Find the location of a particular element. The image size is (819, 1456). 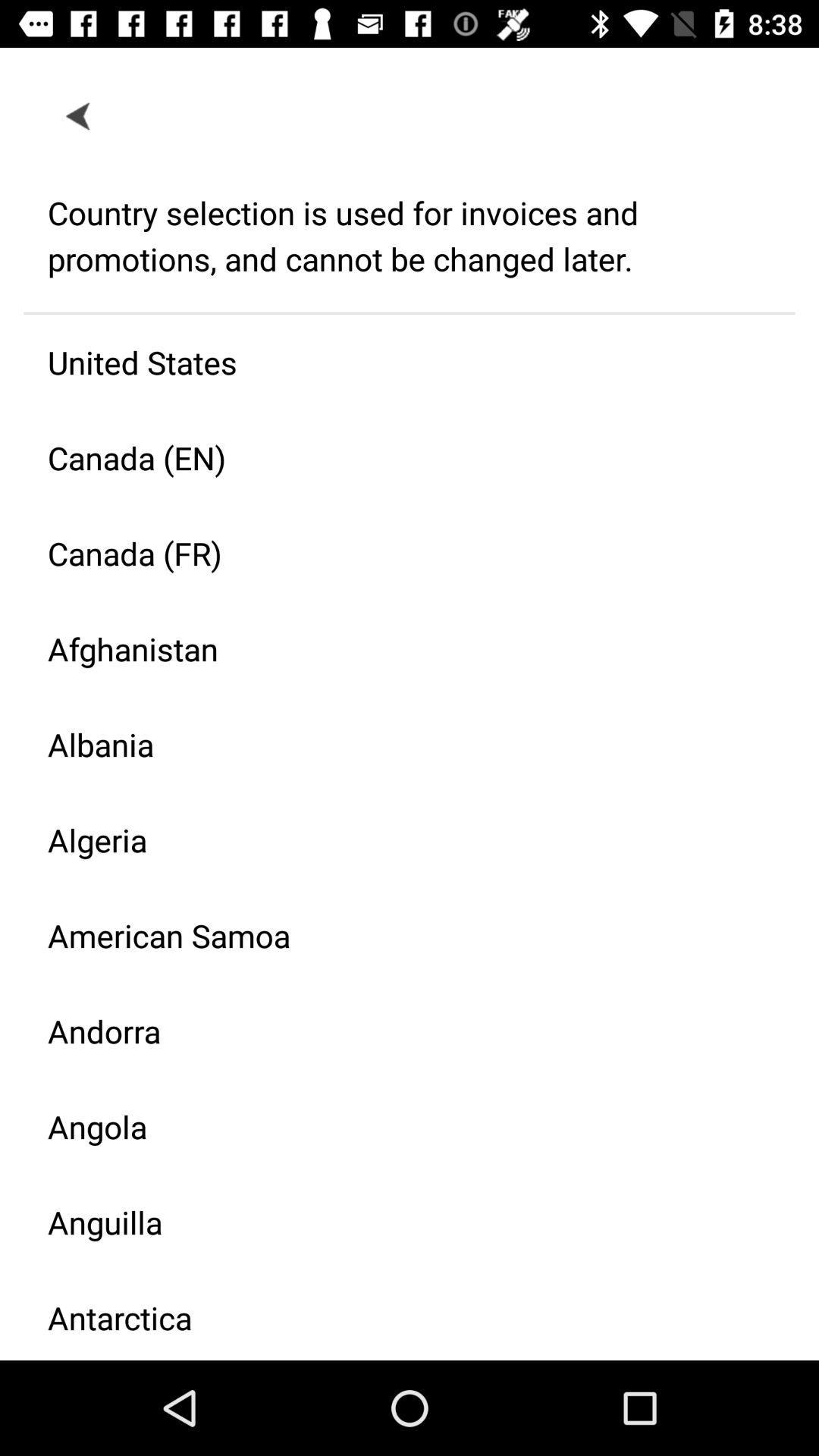

the item below the united states icon is located at coordinates (397, 457).